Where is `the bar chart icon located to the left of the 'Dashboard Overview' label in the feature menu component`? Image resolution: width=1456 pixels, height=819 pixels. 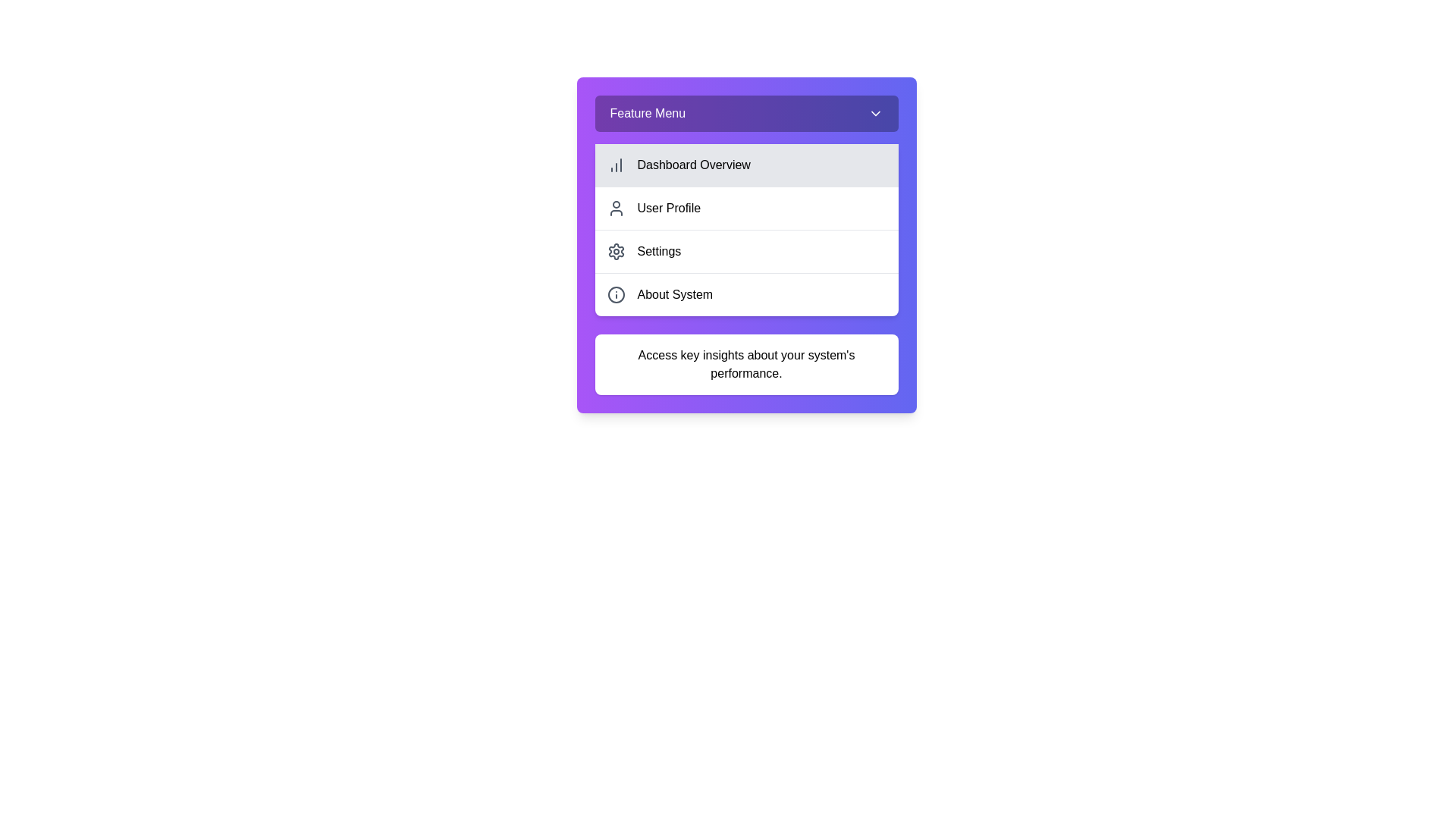
the bar chart icon located to the left of the 'Dashboard Overview' label in the feature menu component is located at coordinates (616, 165).